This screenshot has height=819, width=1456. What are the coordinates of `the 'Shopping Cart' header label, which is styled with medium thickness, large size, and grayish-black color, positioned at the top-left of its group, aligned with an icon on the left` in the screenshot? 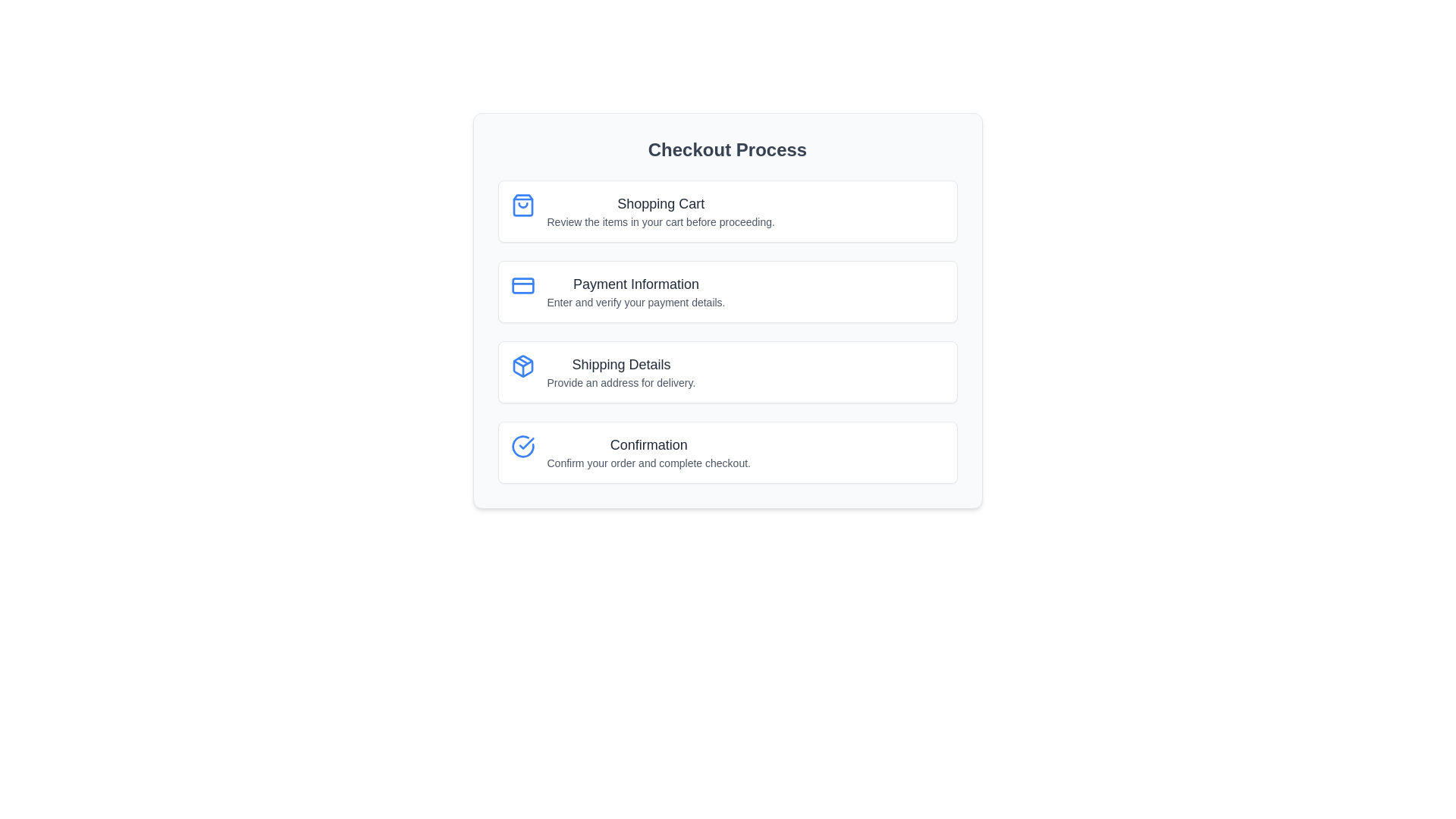 It's located at (661, 203).